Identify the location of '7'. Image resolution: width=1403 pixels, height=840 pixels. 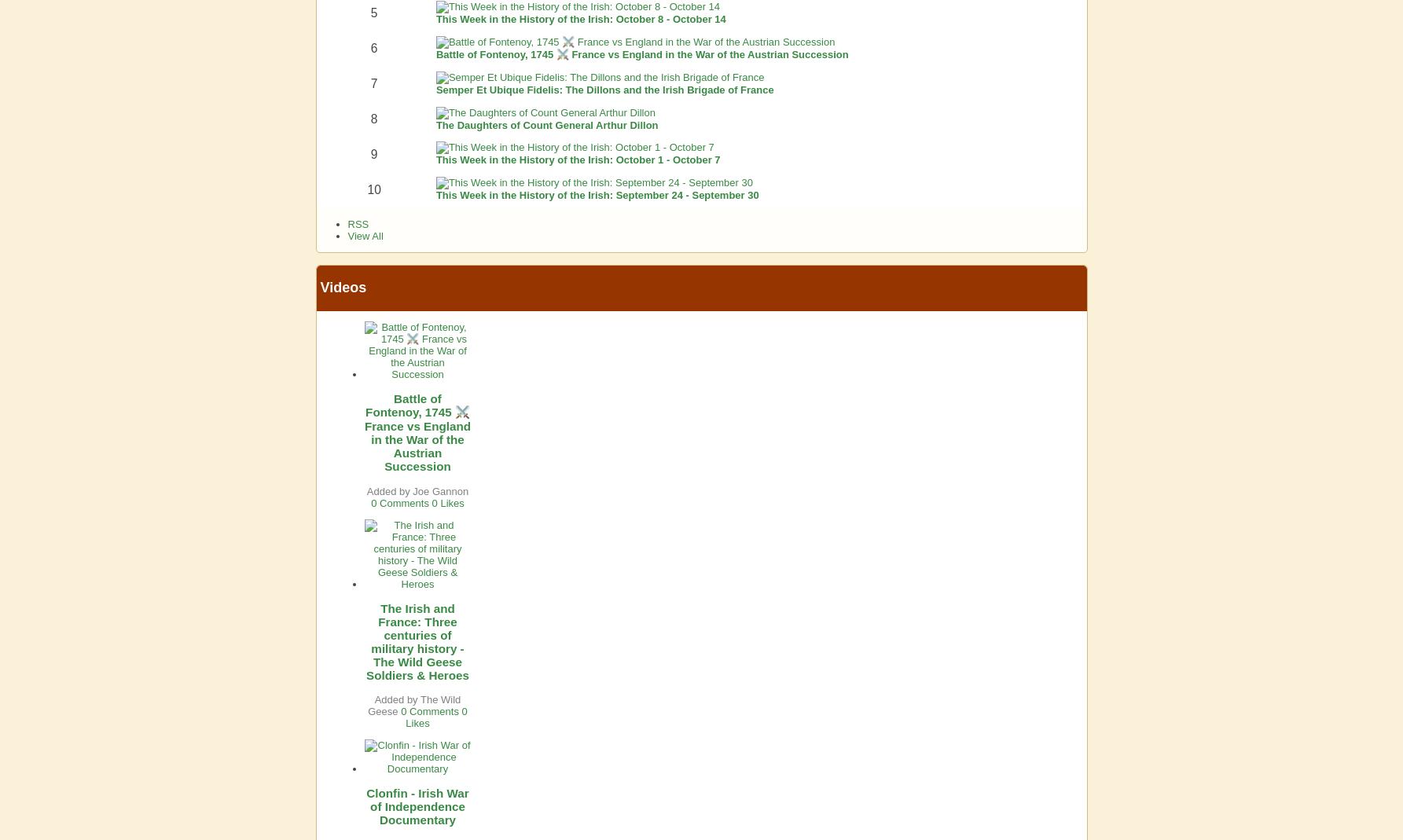
(373, 83).